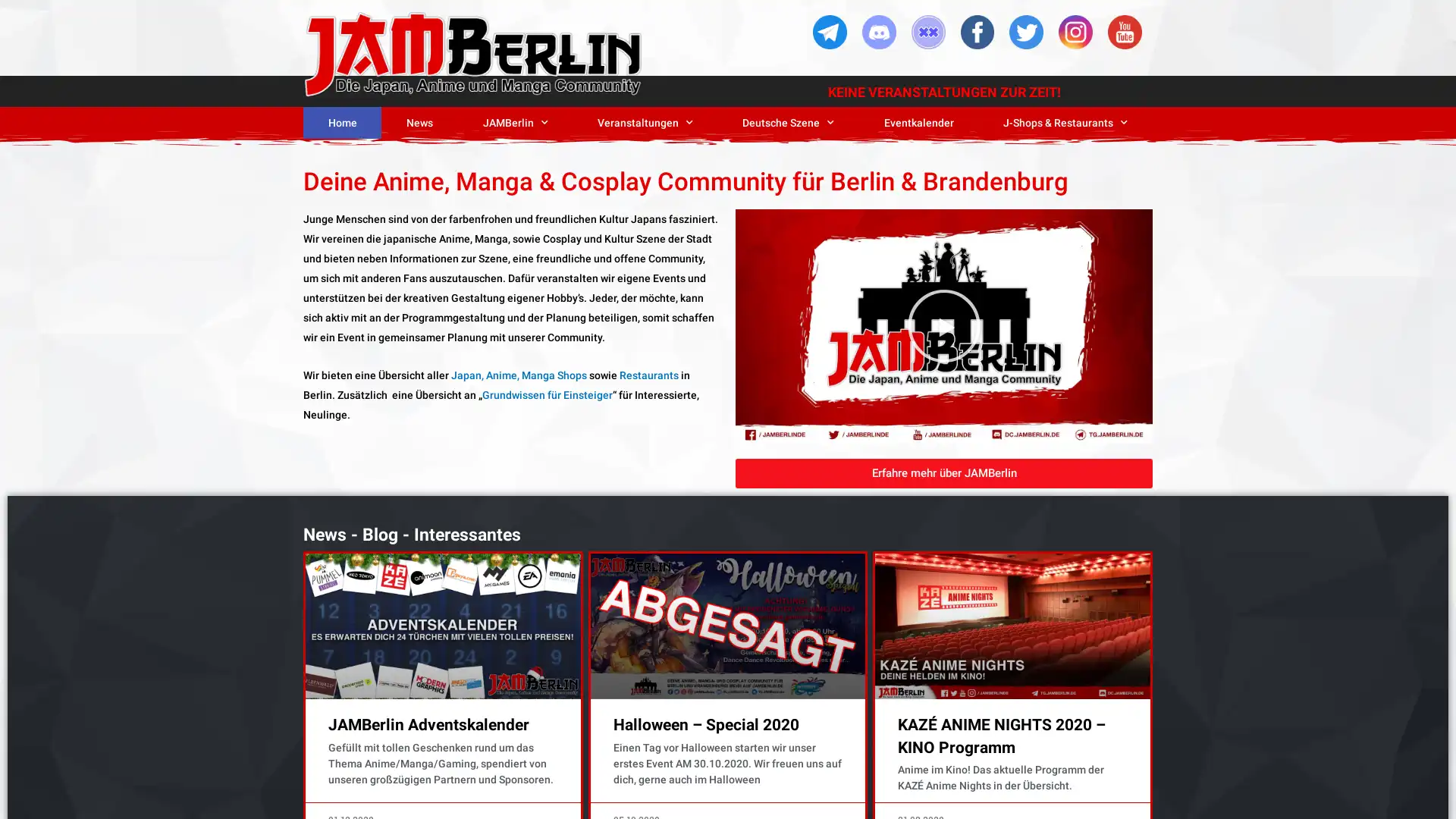  Describe the element at coordinates (753, 379) in the screenshot. I see `play` at that location.